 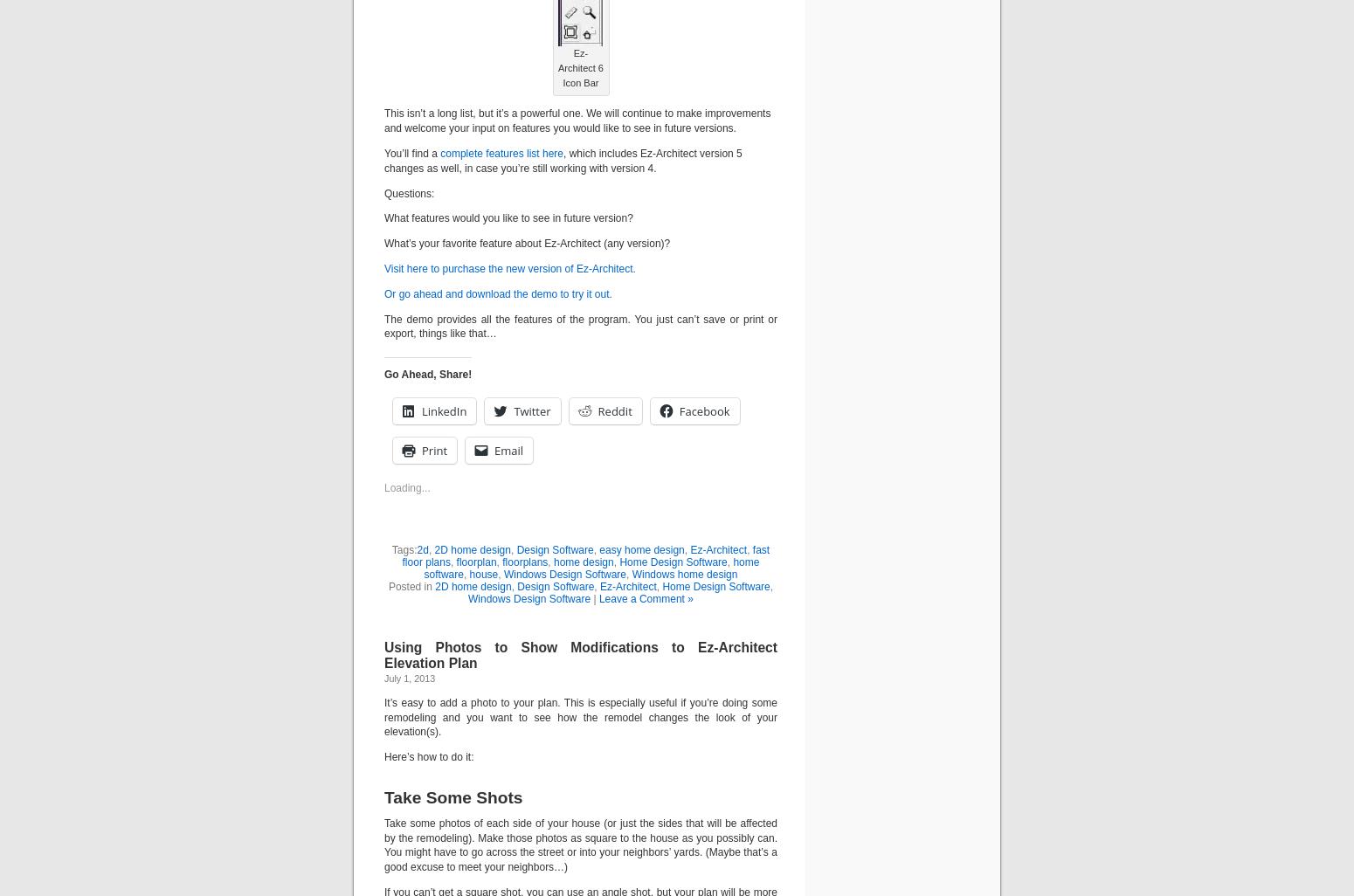 I want to click on 'What features would you like to see in future version?', so click(x=508, y=218).